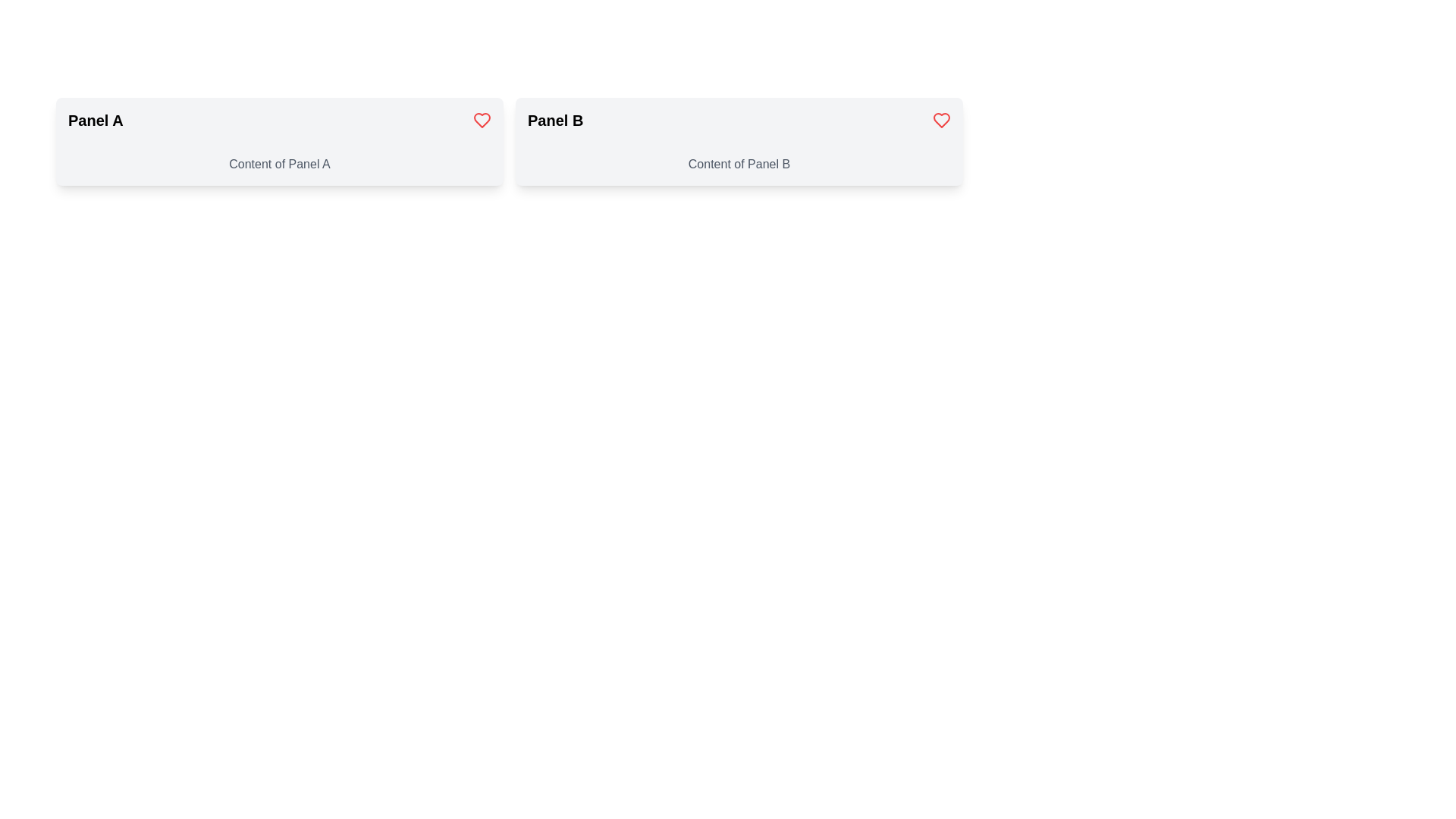 The height and width of the screenshot is (819, 1456). Describe the element at coordinates (481, 119) in the screenshot. I see `the heart icon located at the far right within the top bar of 'Panel A', next to the text 'Panel A'` at that location.